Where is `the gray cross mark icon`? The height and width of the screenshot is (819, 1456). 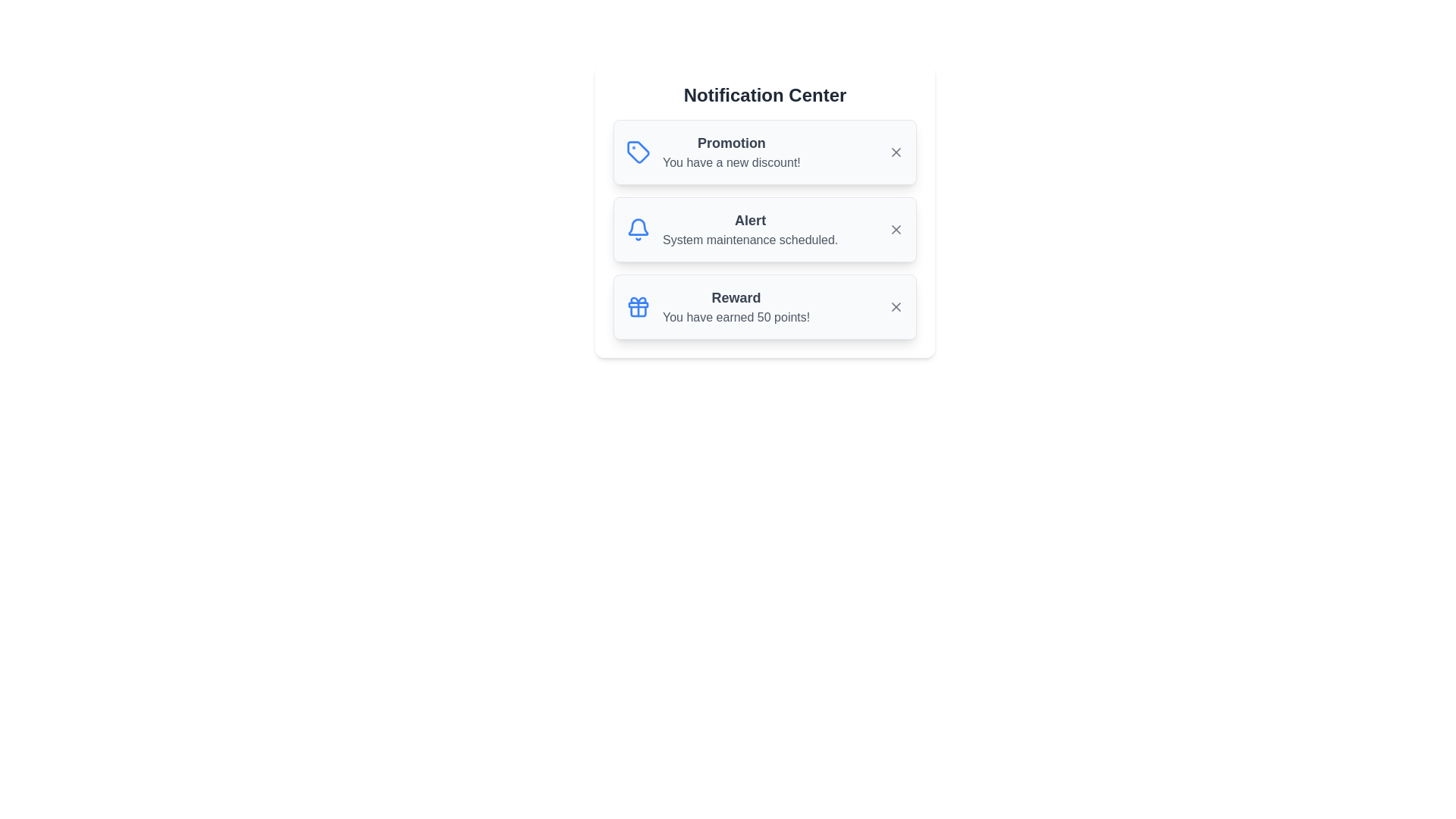
the gray cross mark icon is located at coordinates (896, 307).